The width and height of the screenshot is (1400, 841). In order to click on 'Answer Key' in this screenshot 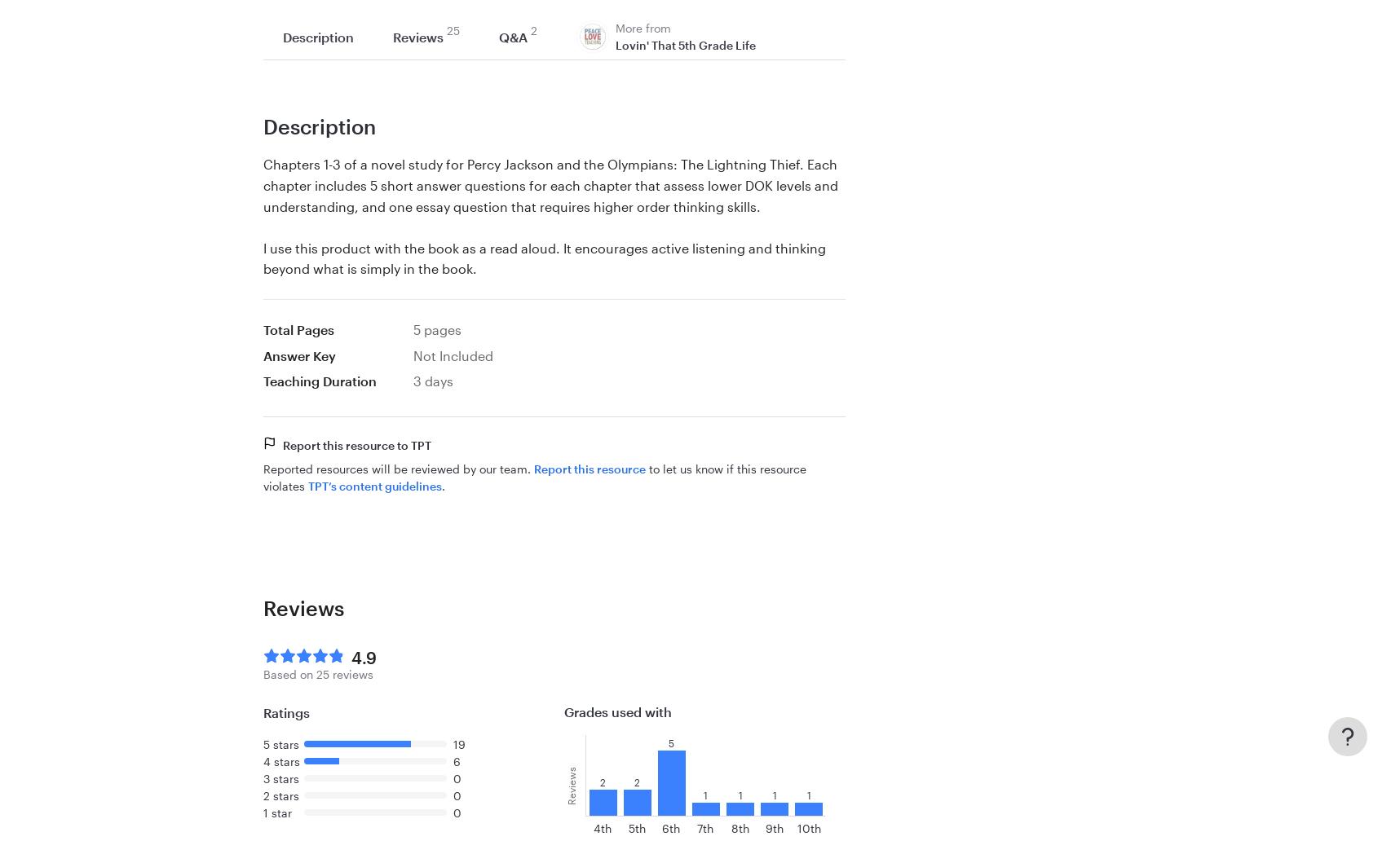, I will do `click(262, 354)`.